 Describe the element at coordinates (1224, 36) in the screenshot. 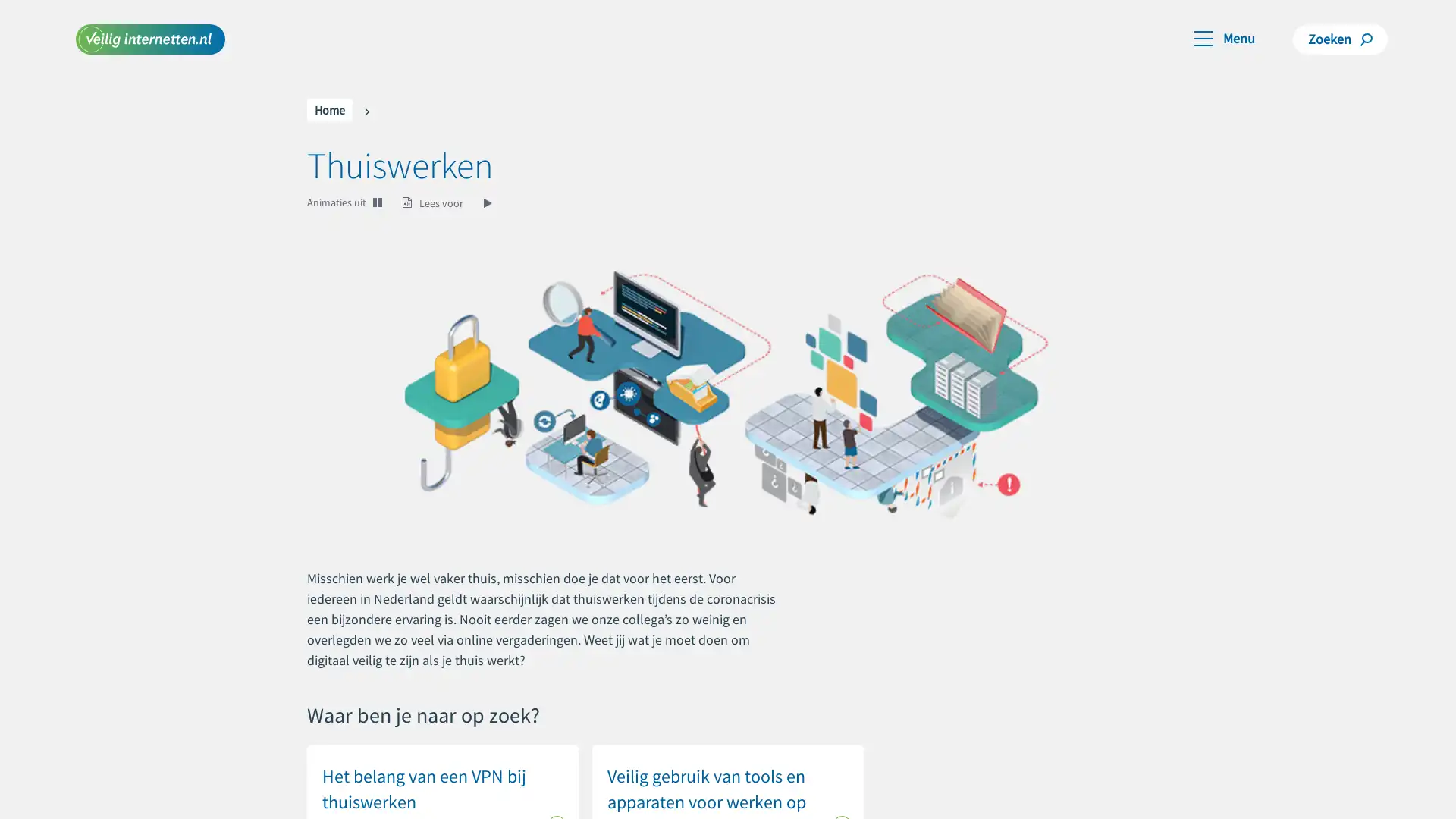

I see `Toggle navigation Menu` at that location.